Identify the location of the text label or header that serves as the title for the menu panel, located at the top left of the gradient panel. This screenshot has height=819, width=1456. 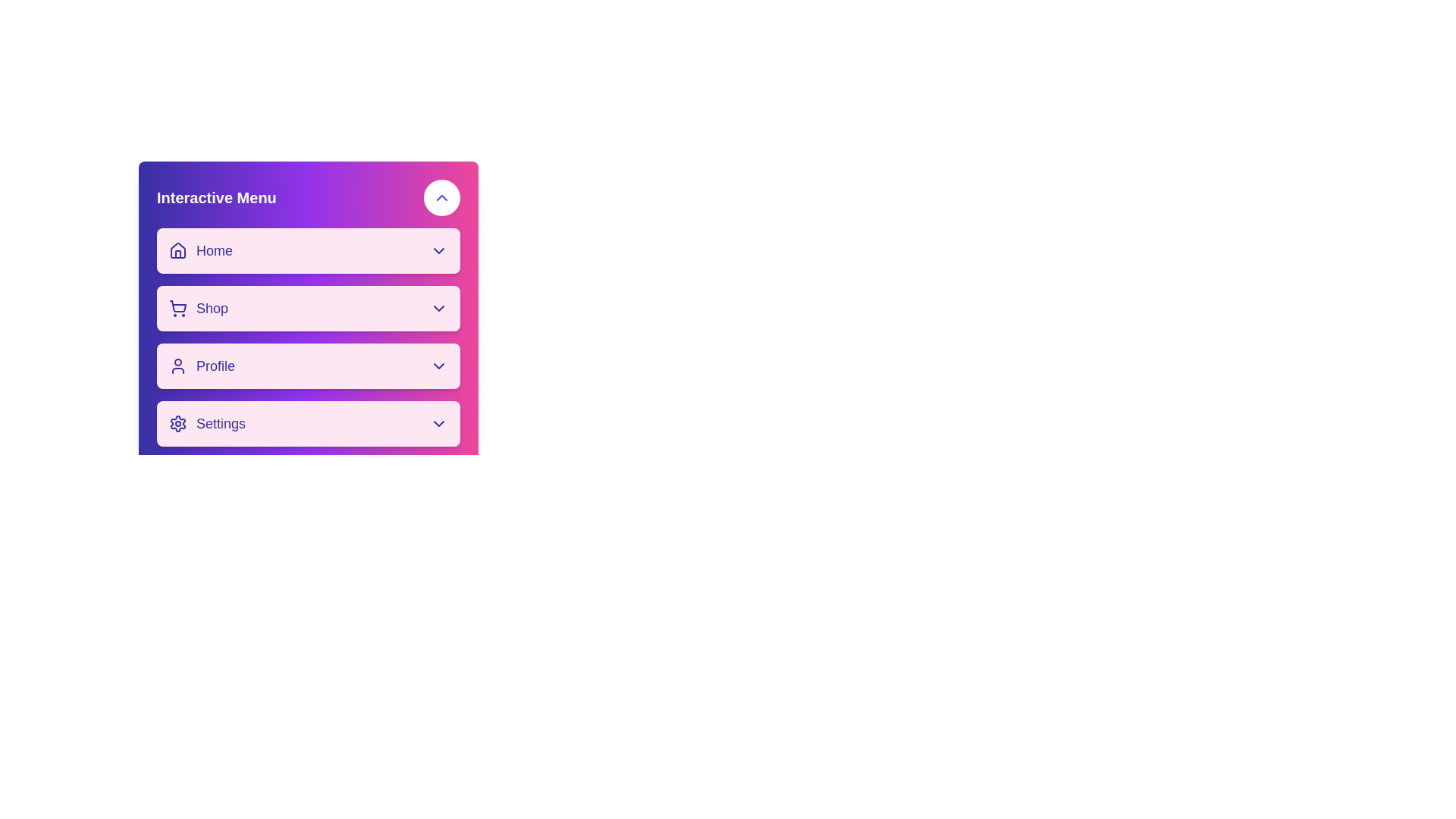
(215, 197).